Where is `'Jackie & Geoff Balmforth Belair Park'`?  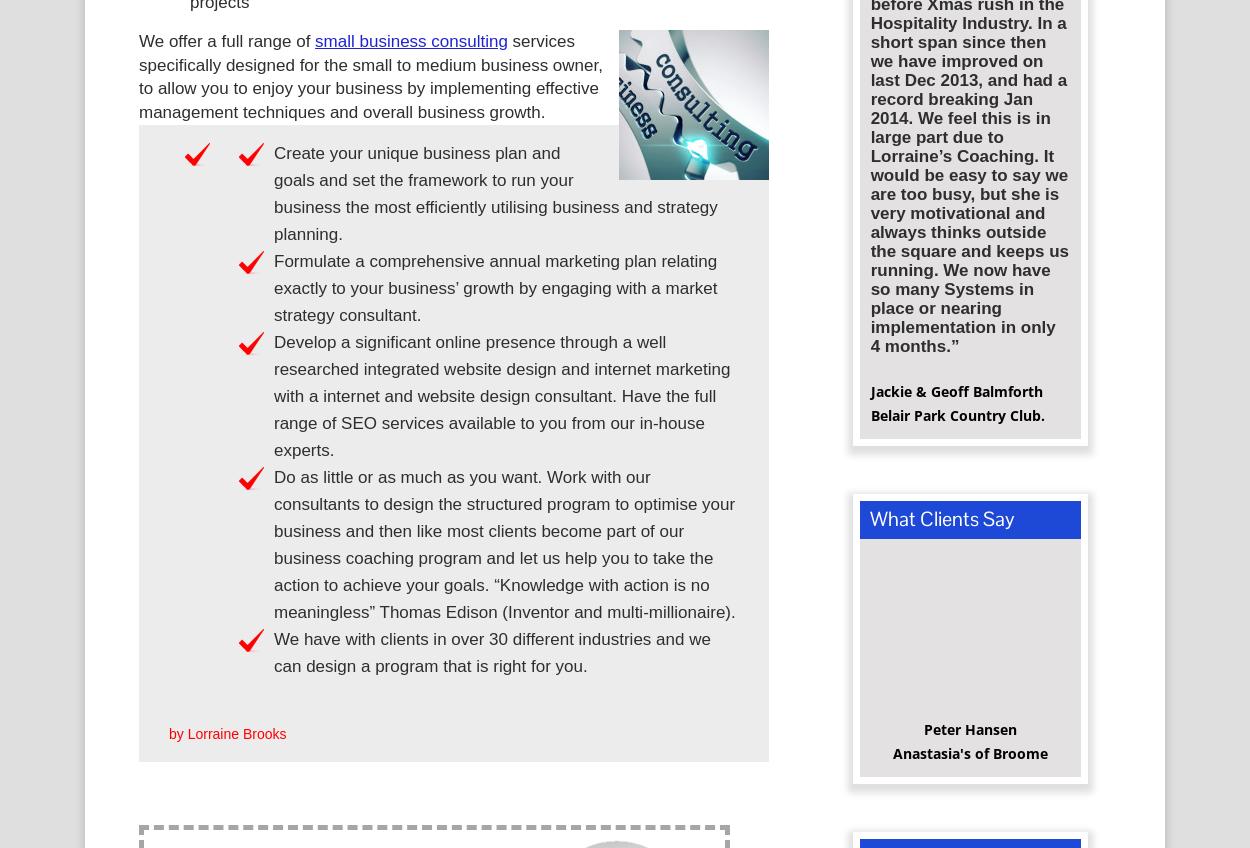
'Jackie & Geoff Balmforth Belair Park' is located at coordinates (955, 410).